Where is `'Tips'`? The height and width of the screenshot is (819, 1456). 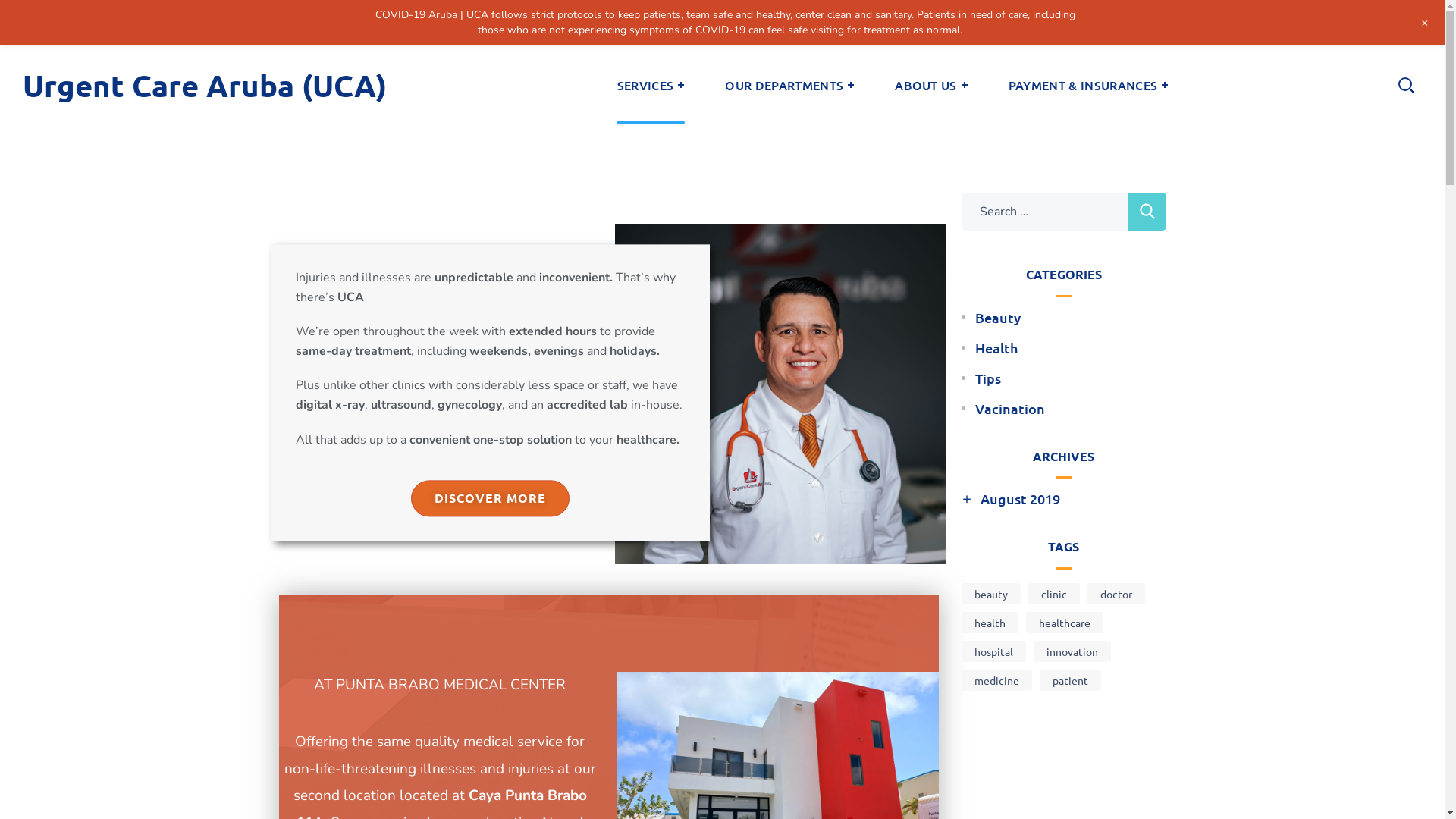 'Tips' is located at coordinates (975, 377).